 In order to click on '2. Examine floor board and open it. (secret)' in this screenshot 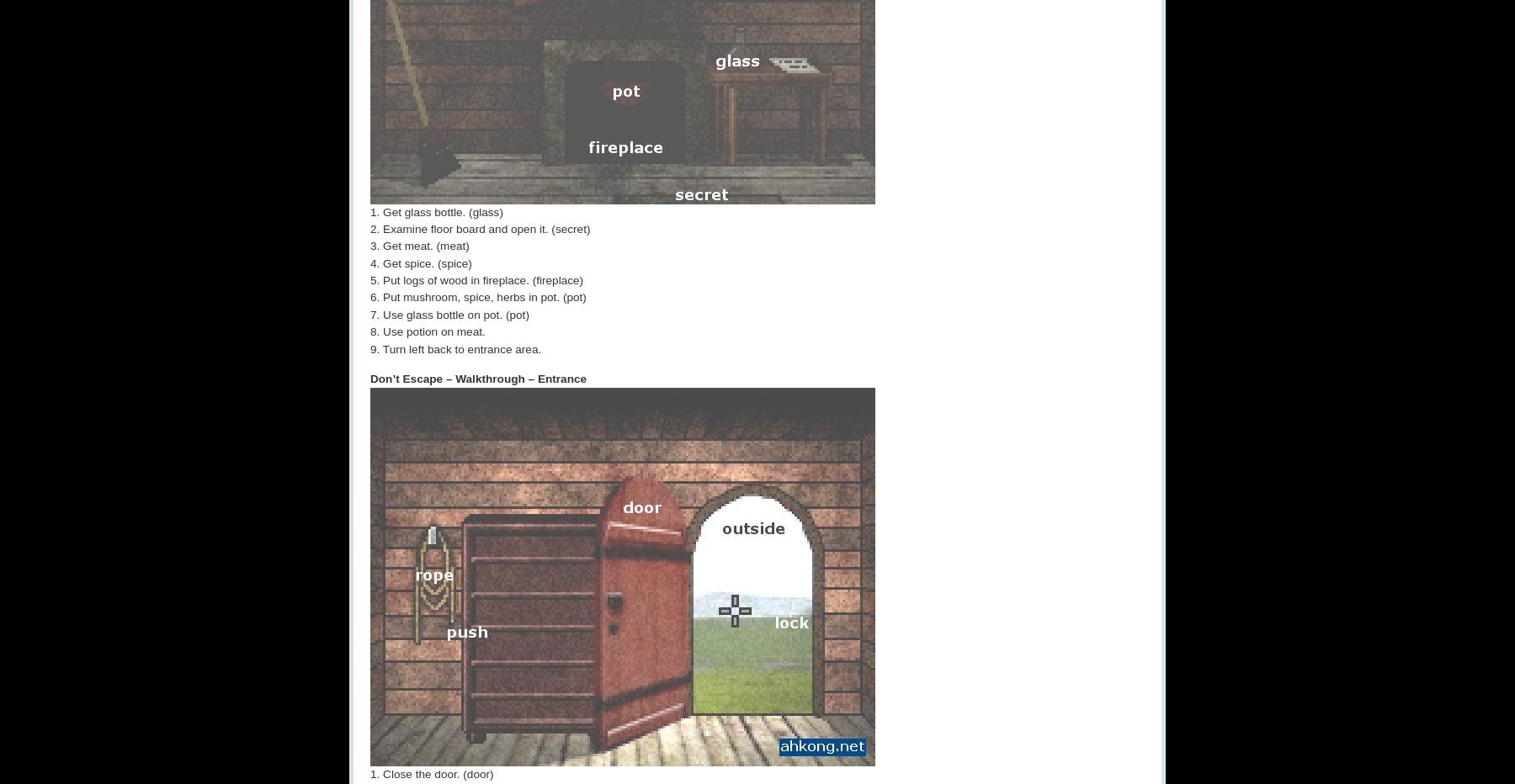, I will do `click(480, 227)`.